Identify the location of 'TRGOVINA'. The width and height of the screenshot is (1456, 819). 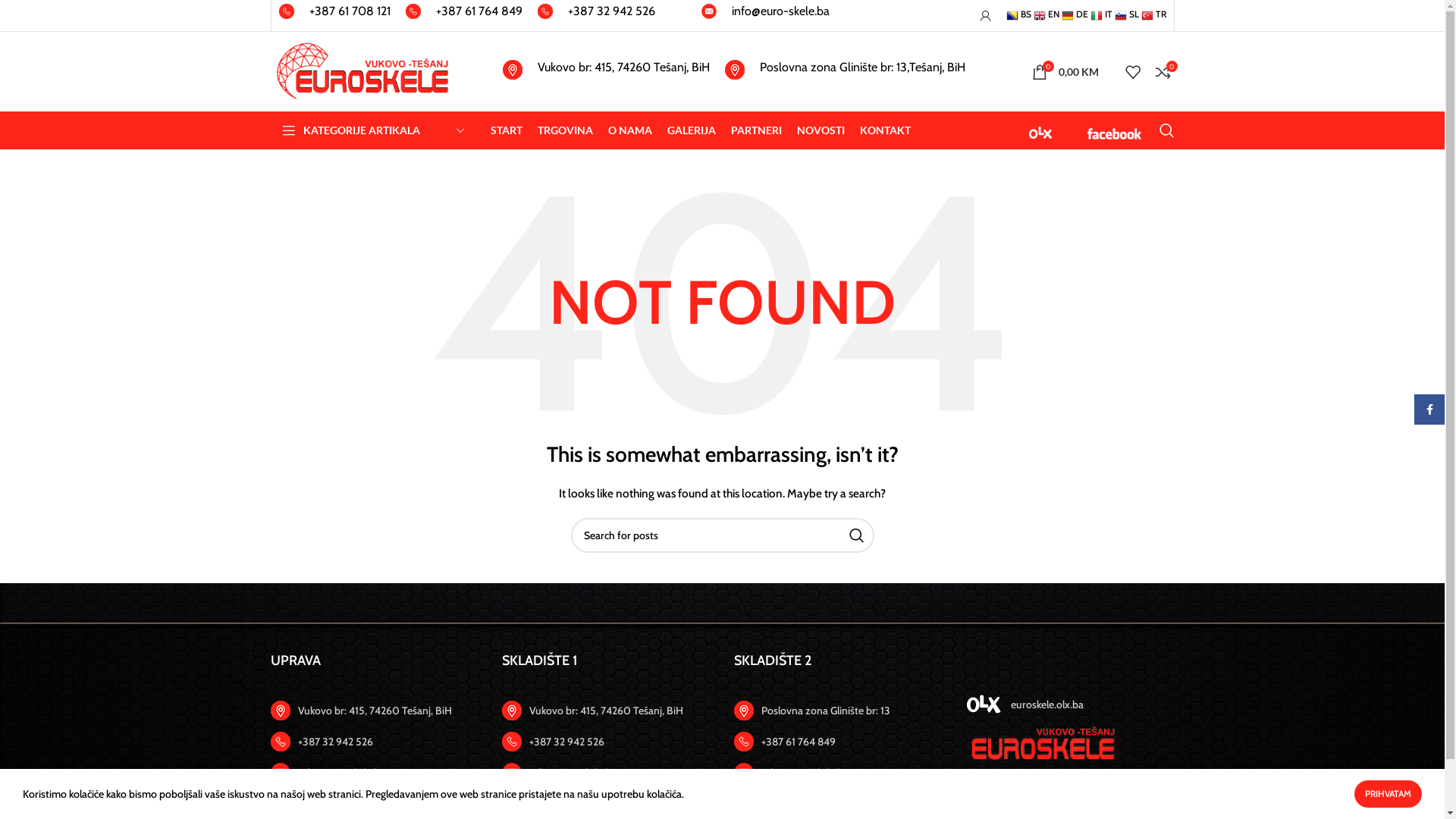
(563, 130).